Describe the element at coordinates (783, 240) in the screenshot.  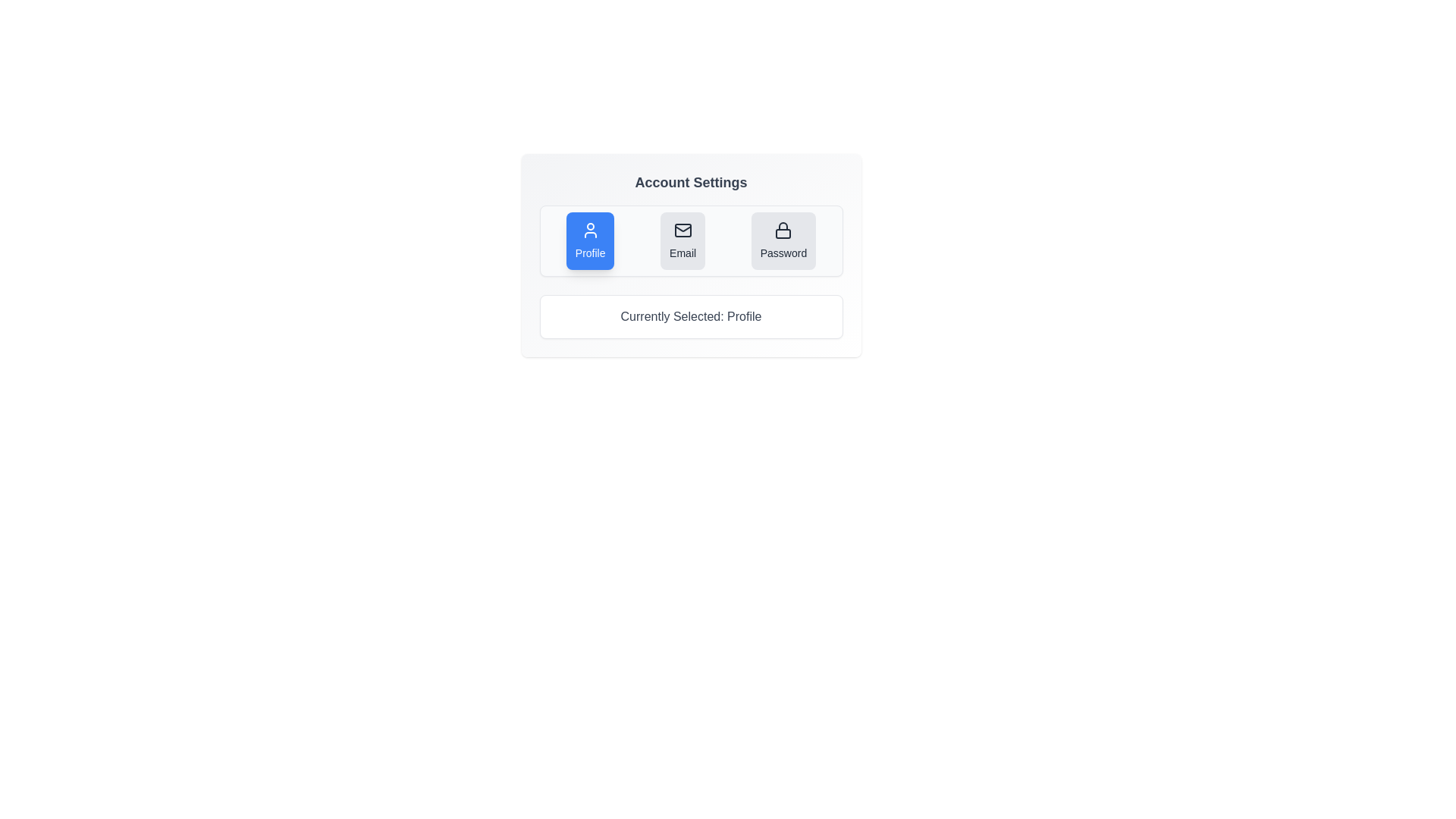
I see `the button corresponding to Password to select it` at that location.